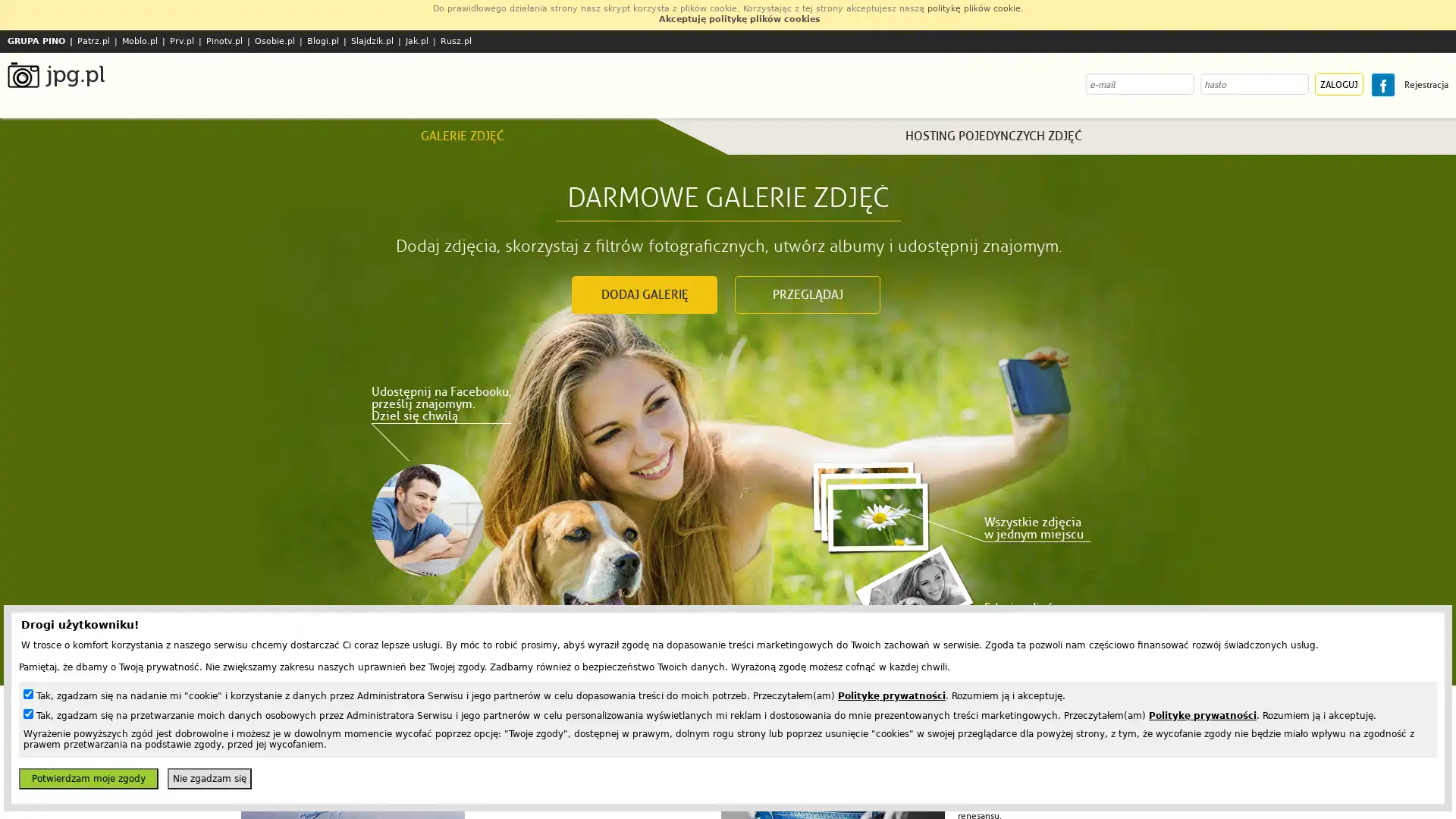 The width and height of the screenshot is (1456, 819). What do you see at coordinates (1339, 84) in the screenshot?
I see `Zaloguj` at bounding box center [1339, 84].